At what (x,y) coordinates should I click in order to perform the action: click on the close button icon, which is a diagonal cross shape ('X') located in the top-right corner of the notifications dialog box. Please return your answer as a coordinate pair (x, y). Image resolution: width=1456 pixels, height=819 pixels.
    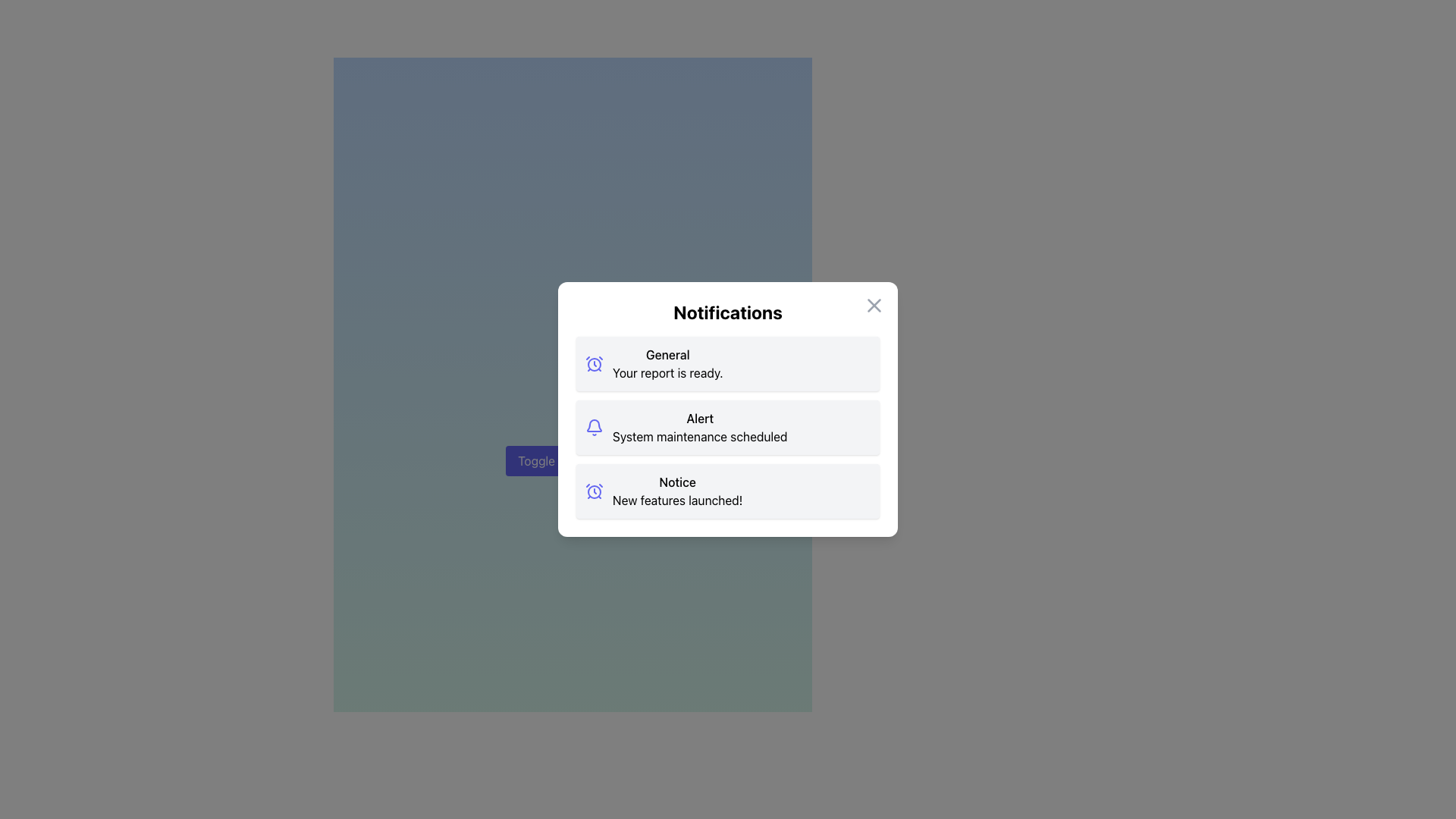
    Looking at the image, I should click on (874, 305).